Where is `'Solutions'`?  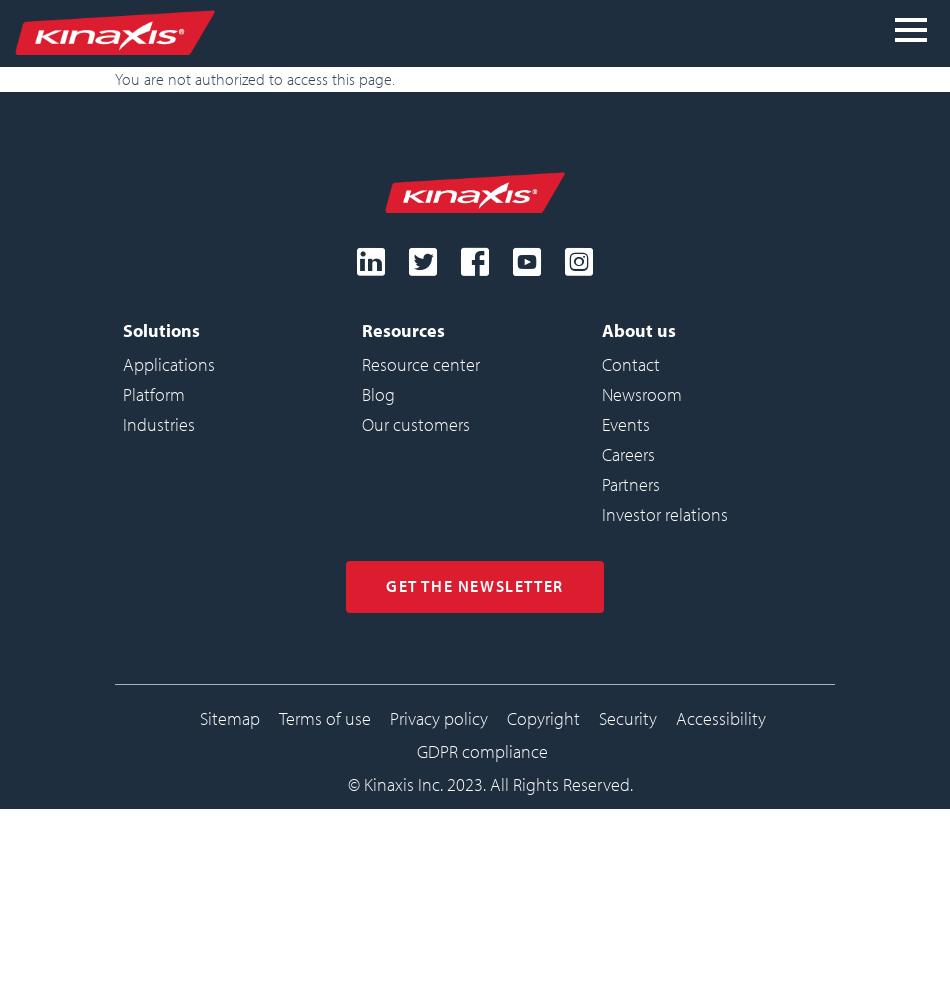 'Solutions' is located at coordinates (160, 328).